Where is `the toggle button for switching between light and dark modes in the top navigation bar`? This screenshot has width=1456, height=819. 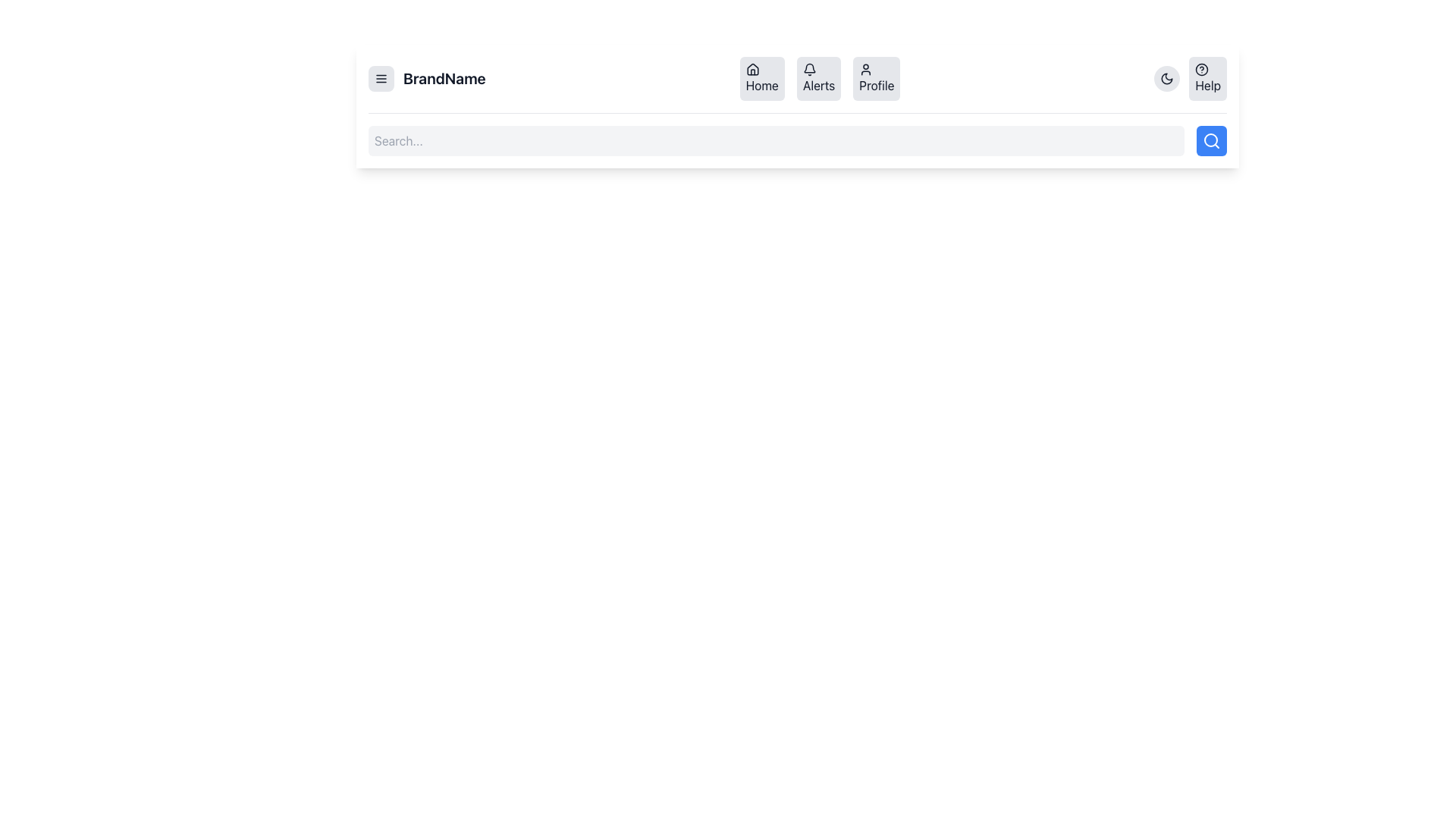
the toggle button for switching between light and dark modes in the top navigation bar is located at coordinates (1166, 79).